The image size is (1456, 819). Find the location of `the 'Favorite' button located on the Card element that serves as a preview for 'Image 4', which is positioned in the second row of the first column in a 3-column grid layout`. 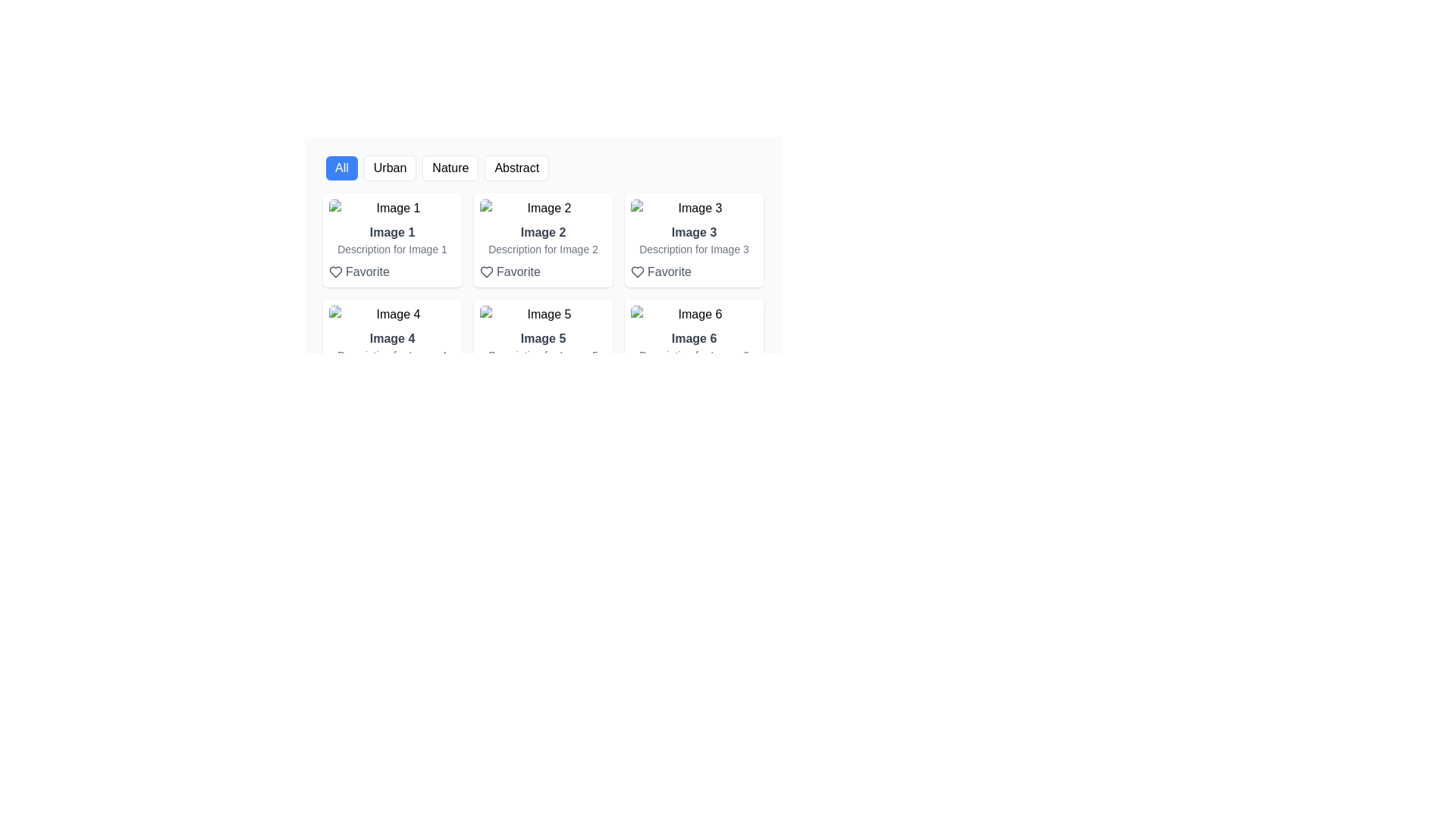

the 'Favorite' button located on the Card element that serves as a preview for 'Image 4', which is positioned in the second row of the first column in a 3-column grid layout is located at coordinates (392, 346).